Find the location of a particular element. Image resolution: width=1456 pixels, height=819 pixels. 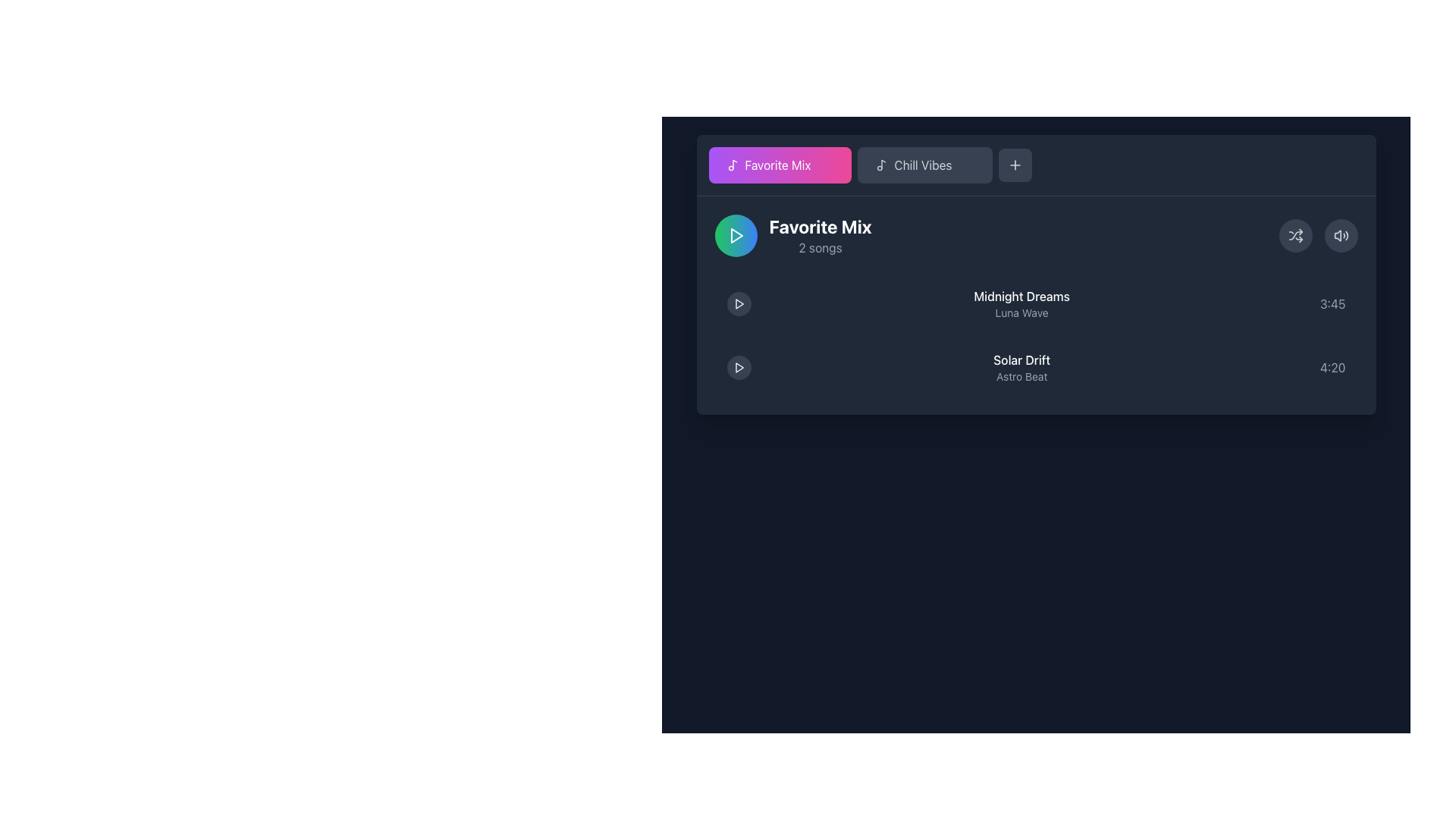

the play icon, which is a small triangle pointing to the right, located within a circular button on the left of the 'Favorite Mix' song list header is located at coordinates (736, 236).